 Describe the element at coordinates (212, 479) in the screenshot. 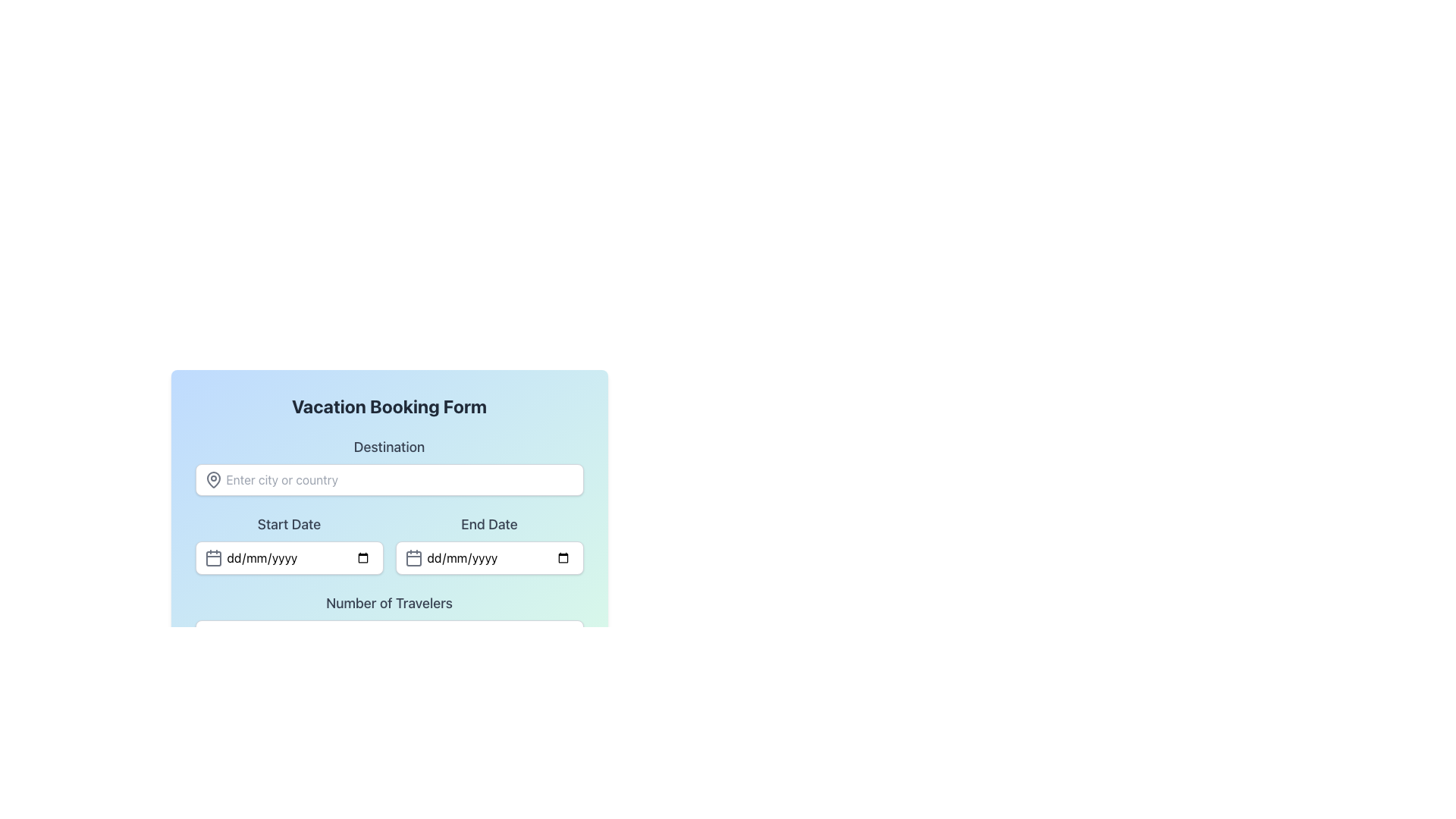

I see `the icon located at the leftmost portion of the destination text input field in the vacation booking form` at that location.